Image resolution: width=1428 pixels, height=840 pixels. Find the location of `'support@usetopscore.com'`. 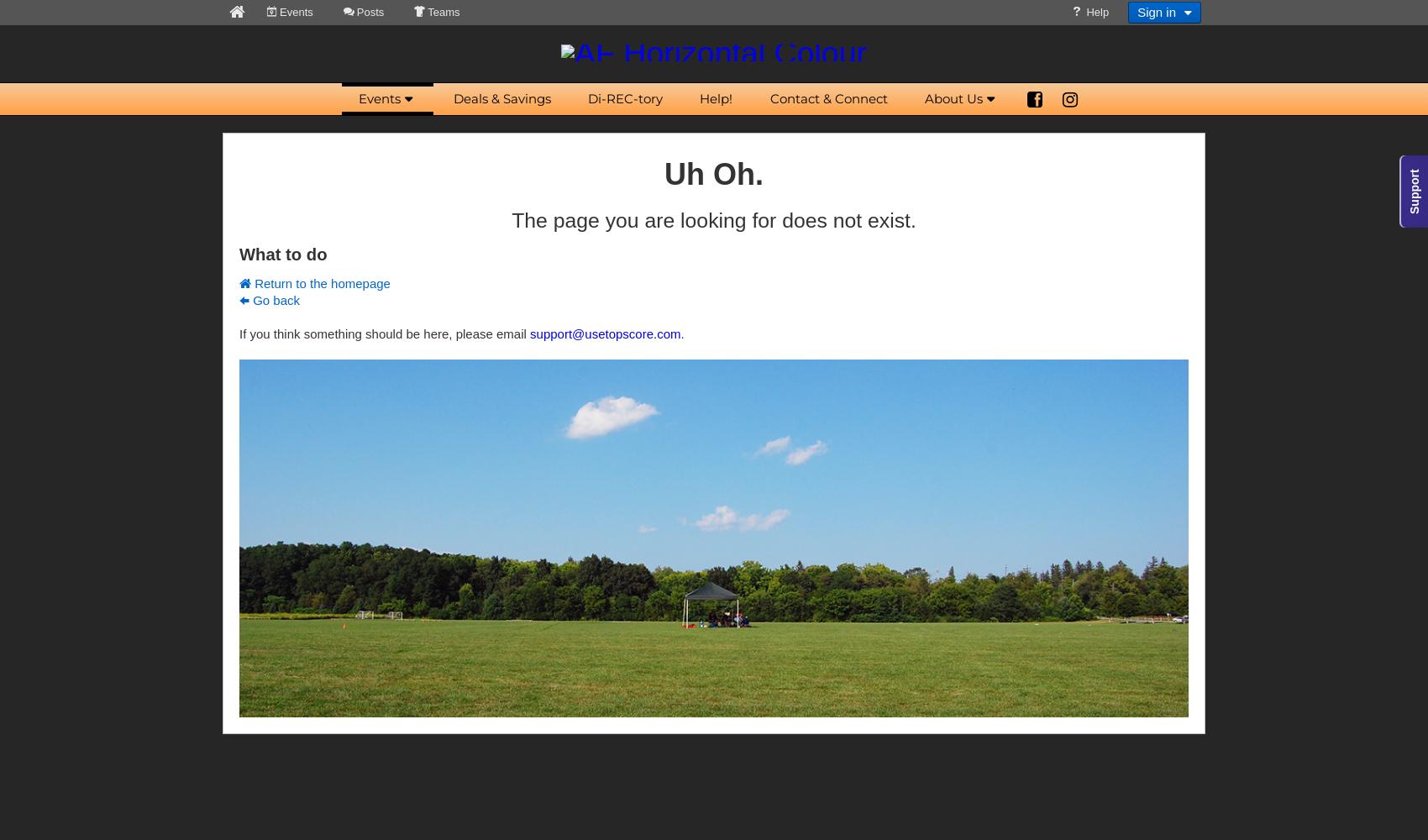

'support@usetopscore.com' is located at coordinates (605, 333).